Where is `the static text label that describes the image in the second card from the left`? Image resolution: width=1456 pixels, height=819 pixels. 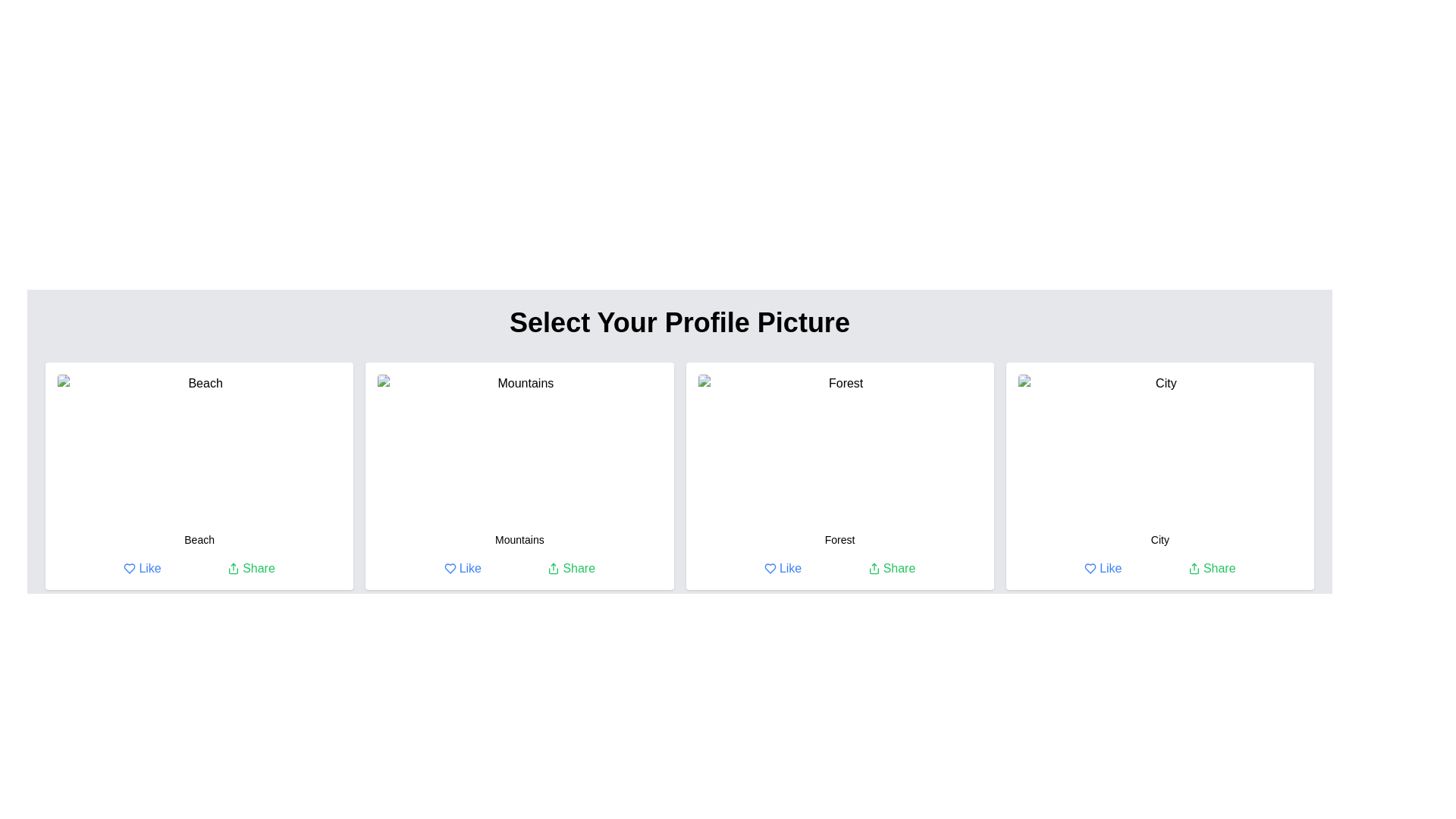 the static text label that describes the image in the second card from the left is located at coordinates (519, 539).